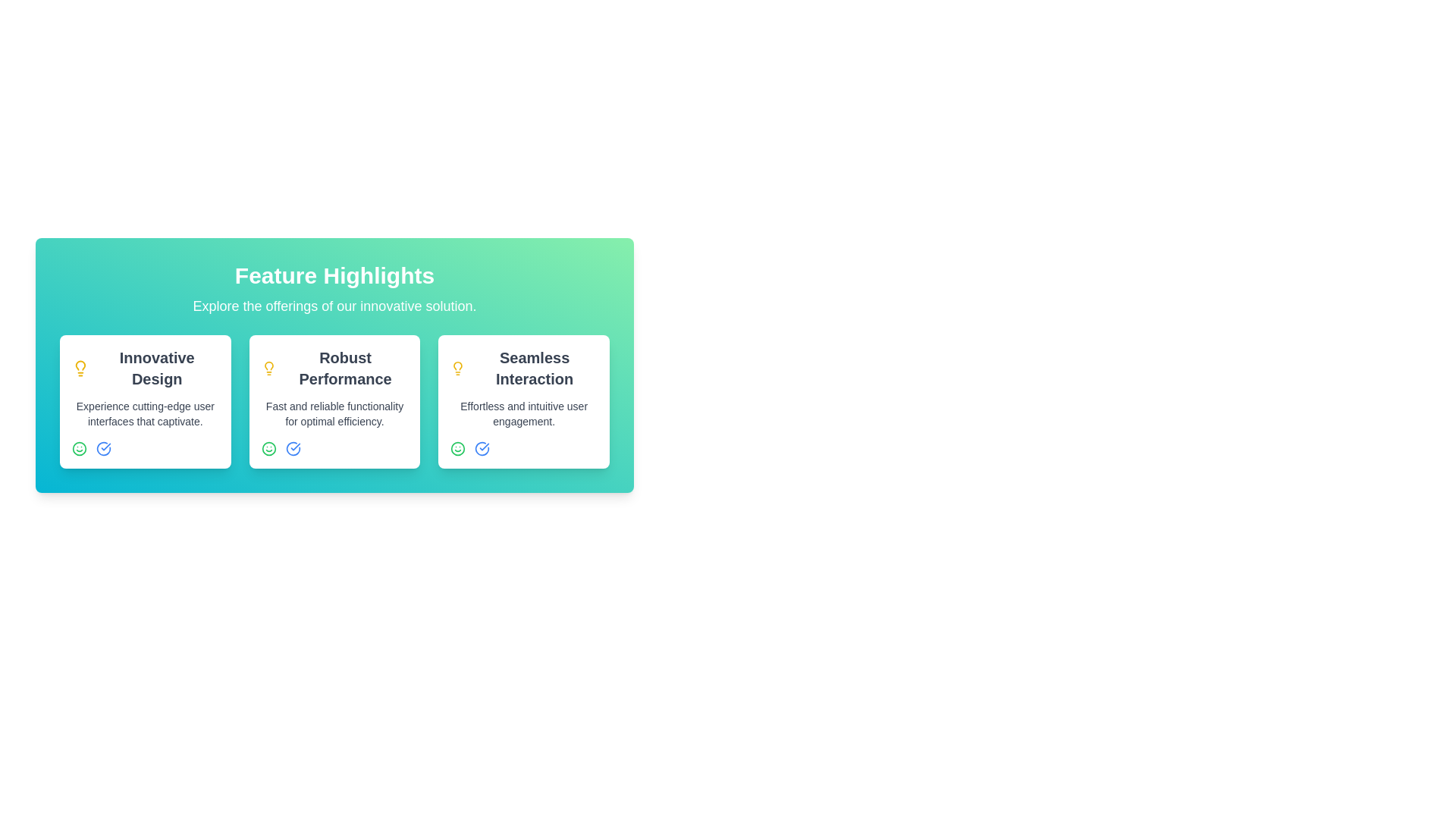 This screenshot has width=1456, height=819. What do you see at coordinates (293, 447) in the screenshot?
I see `the circular blue icon with a checkmark inside, which is the second icon in the row of three within the feature card group` at bounding box center [293, 447].